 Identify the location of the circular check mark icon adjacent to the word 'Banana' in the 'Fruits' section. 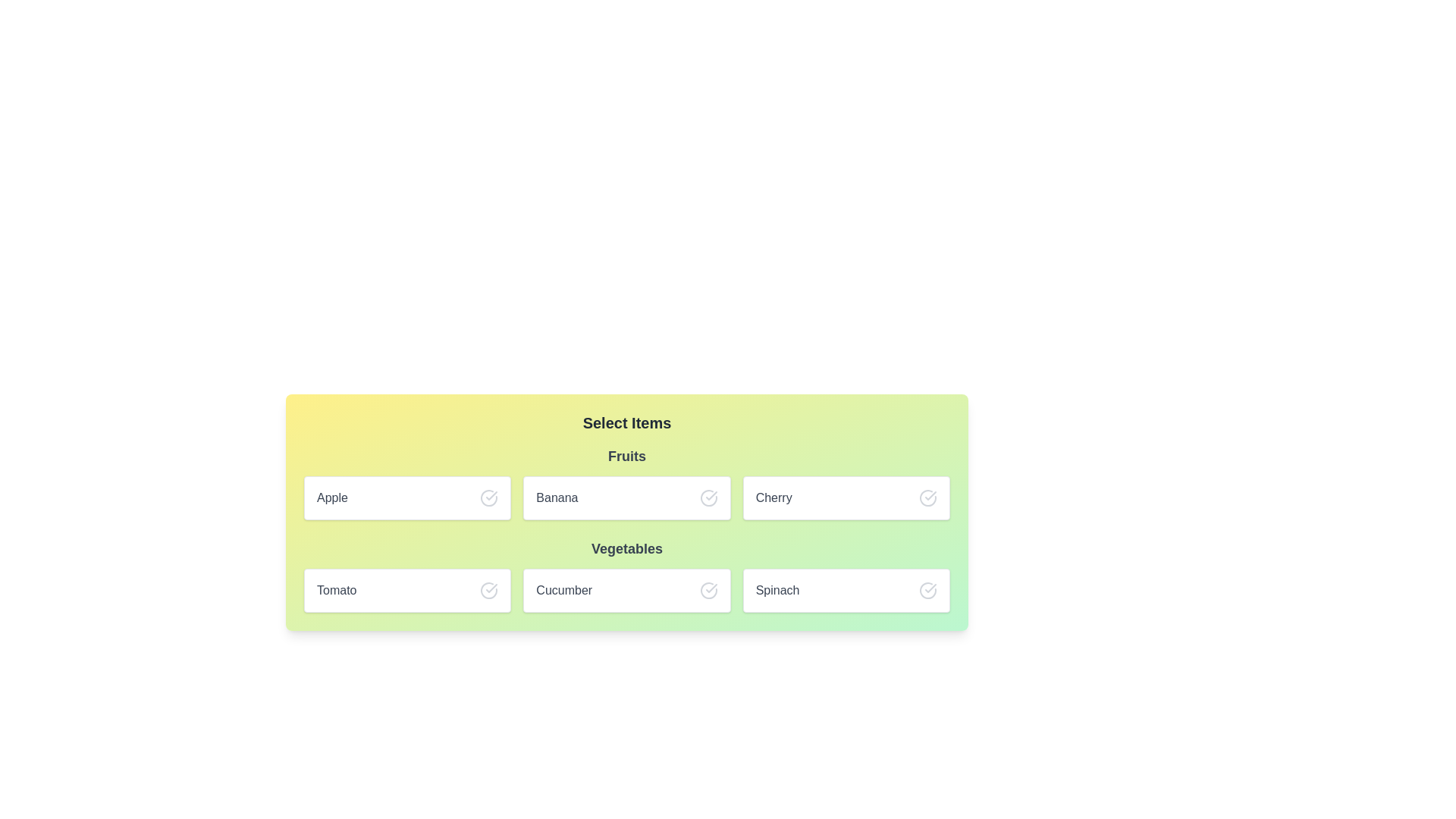
(708, 497).